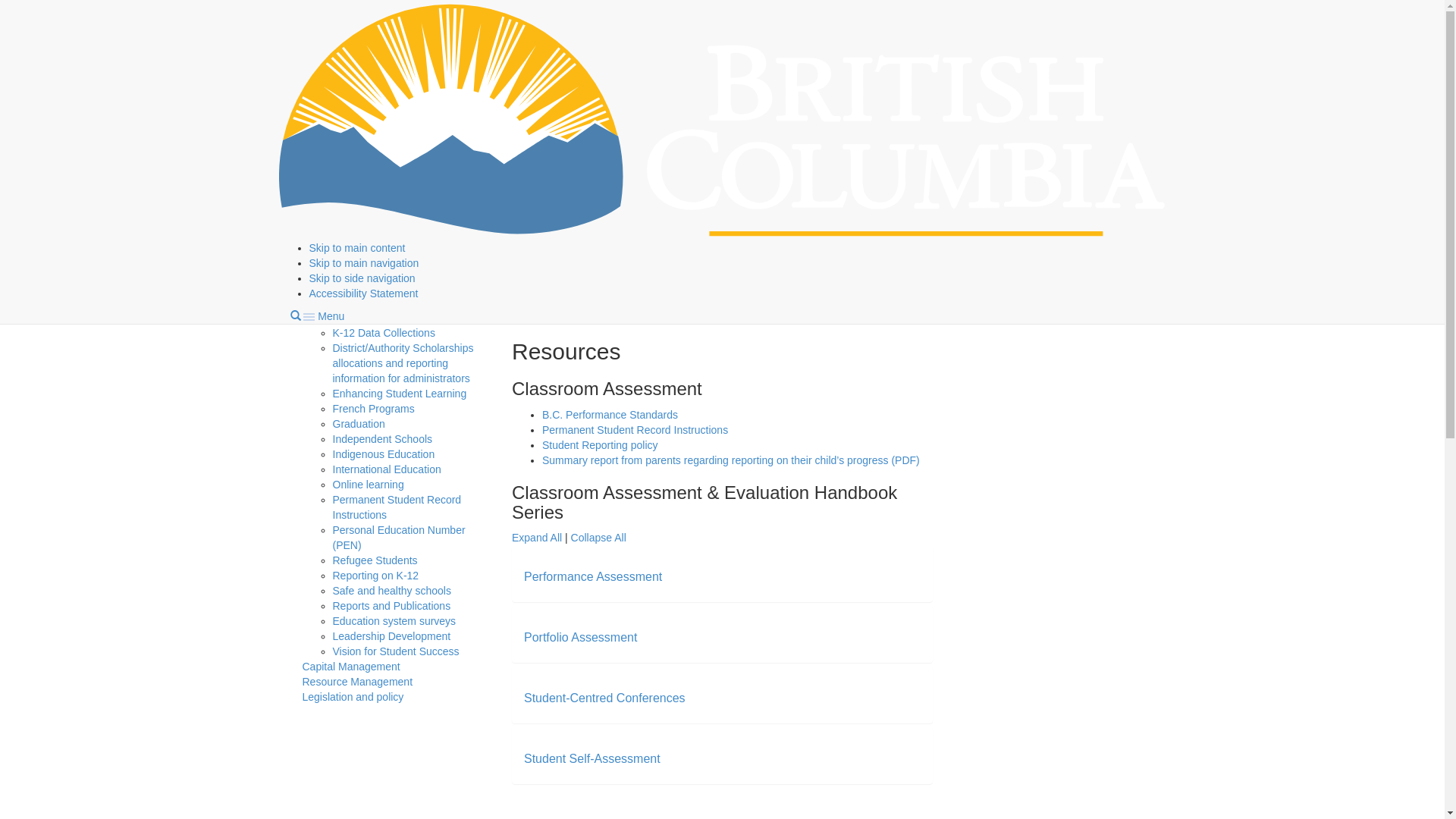 Image resolution: width=1456 pixels, height=819 pixels. I want to click on 'Reporting on K-12', so click(375, 576).